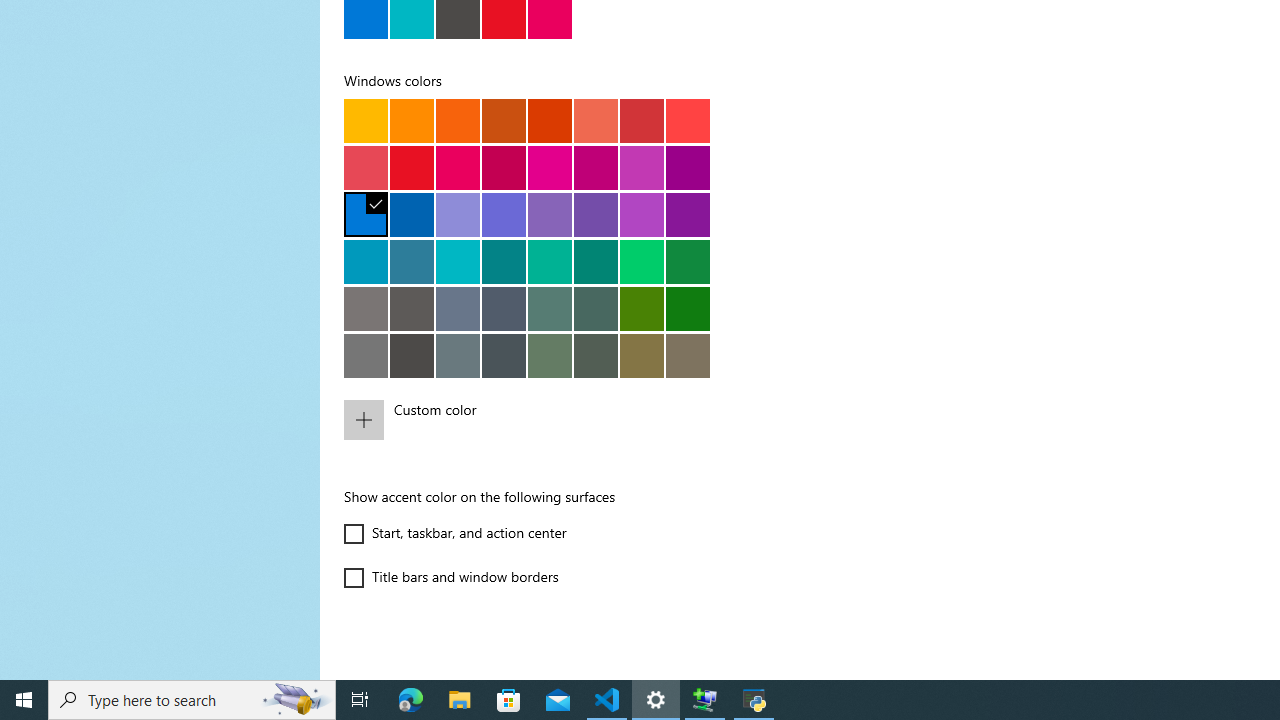  Describe the element at coordinates (688, 120) in the screenshot. I see `'Mod red'` at that location.